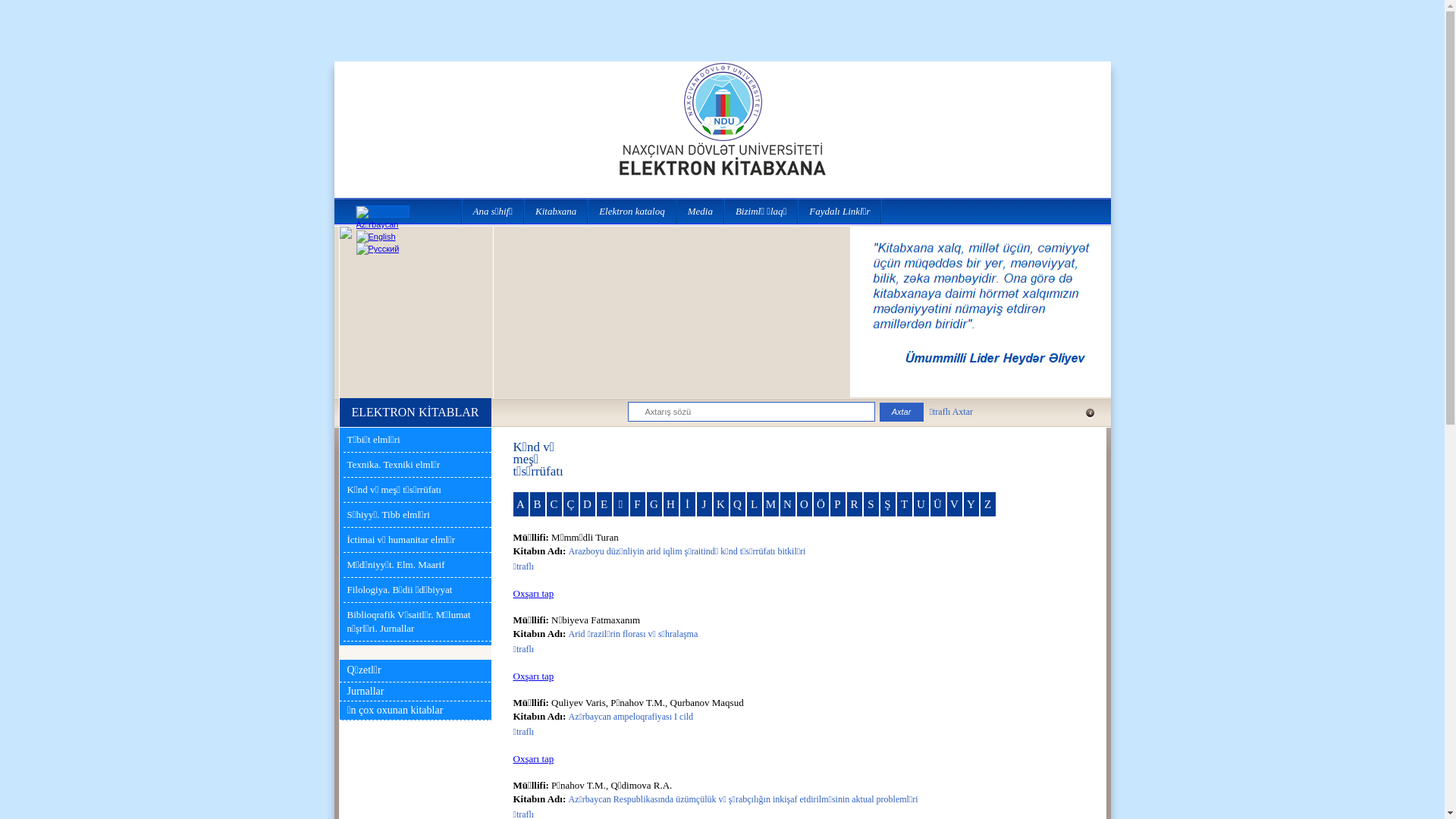  Describe the element at coordinates (971, 504) in the screenshot. I see `'Y'` at that location.